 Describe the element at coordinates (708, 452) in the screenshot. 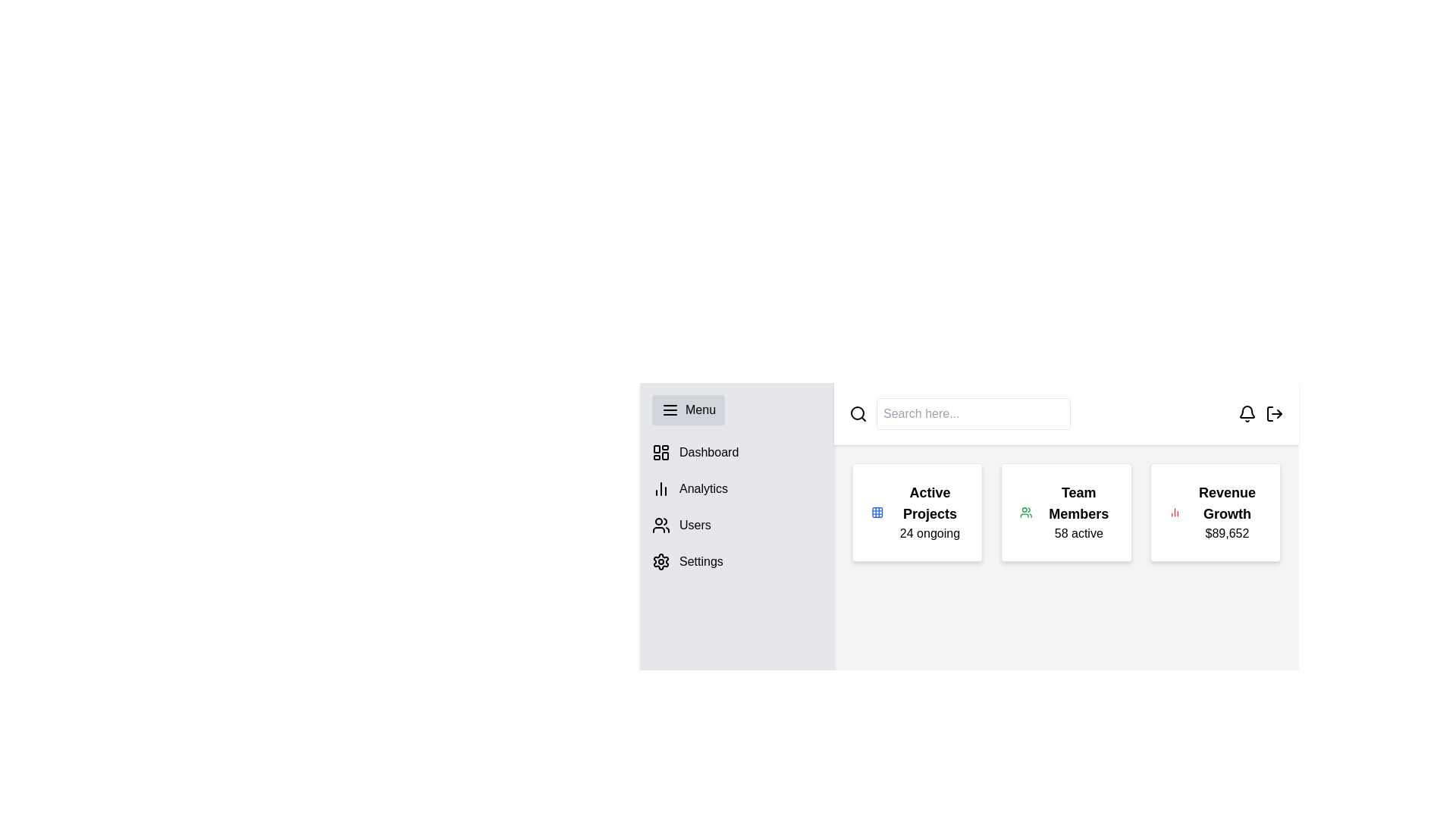

I see `the 'Dashboard' text label with hyperlink functionality located in the vertical navigation menu` at that location.